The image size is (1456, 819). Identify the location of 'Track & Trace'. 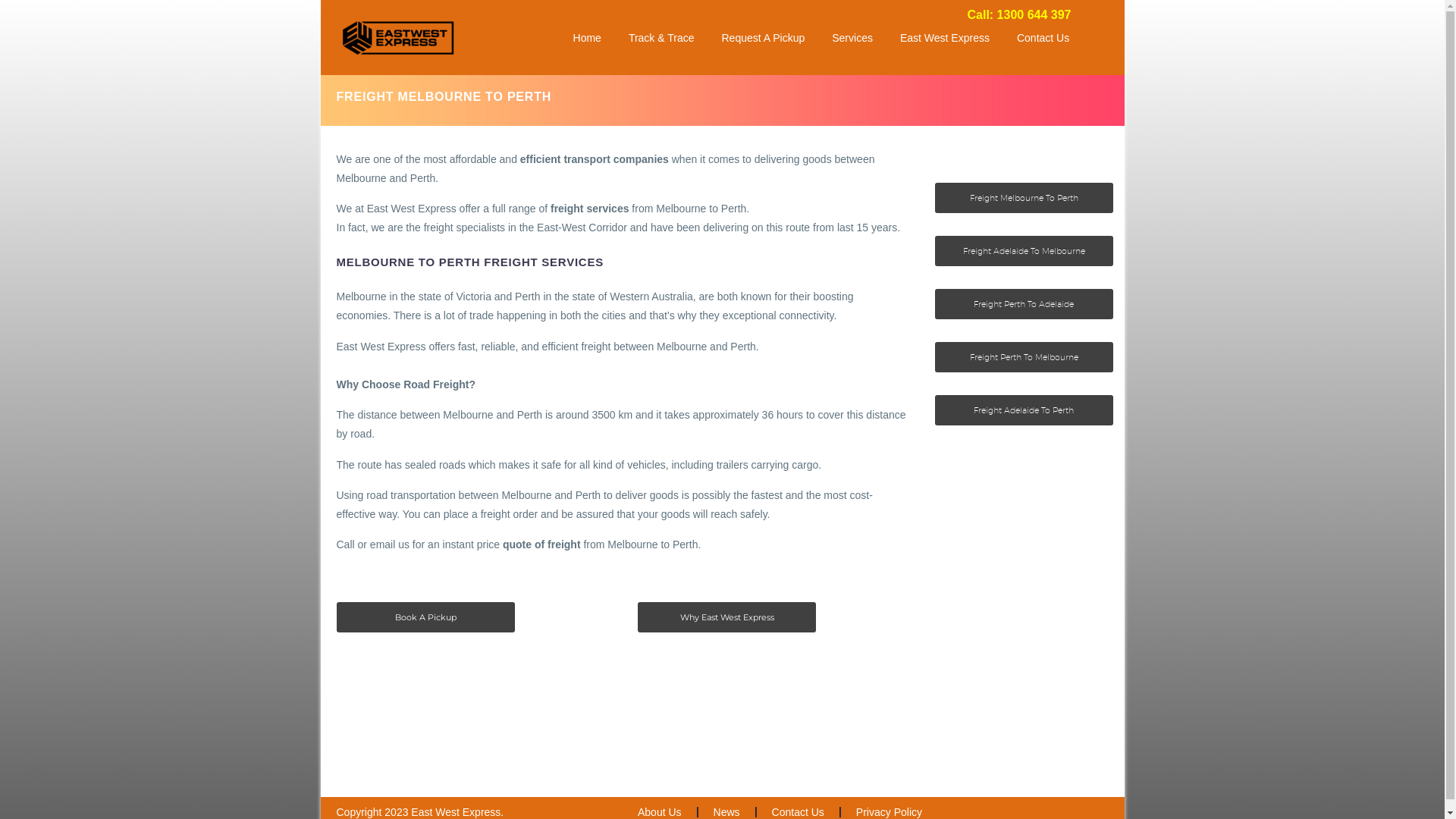
(661, 37).